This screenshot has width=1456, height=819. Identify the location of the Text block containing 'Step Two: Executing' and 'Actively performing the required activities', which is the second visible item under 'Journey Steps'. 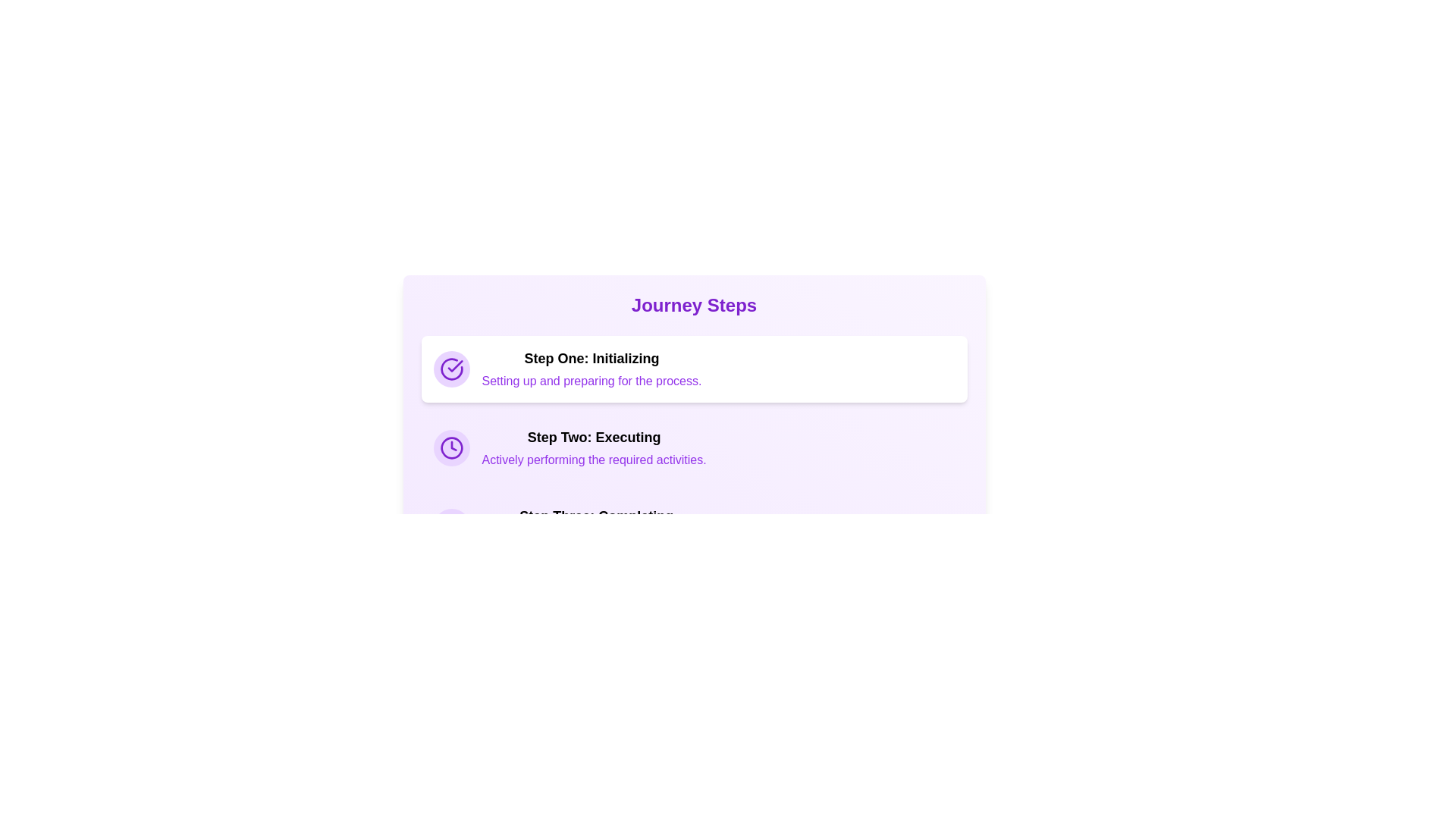
(593, 447).